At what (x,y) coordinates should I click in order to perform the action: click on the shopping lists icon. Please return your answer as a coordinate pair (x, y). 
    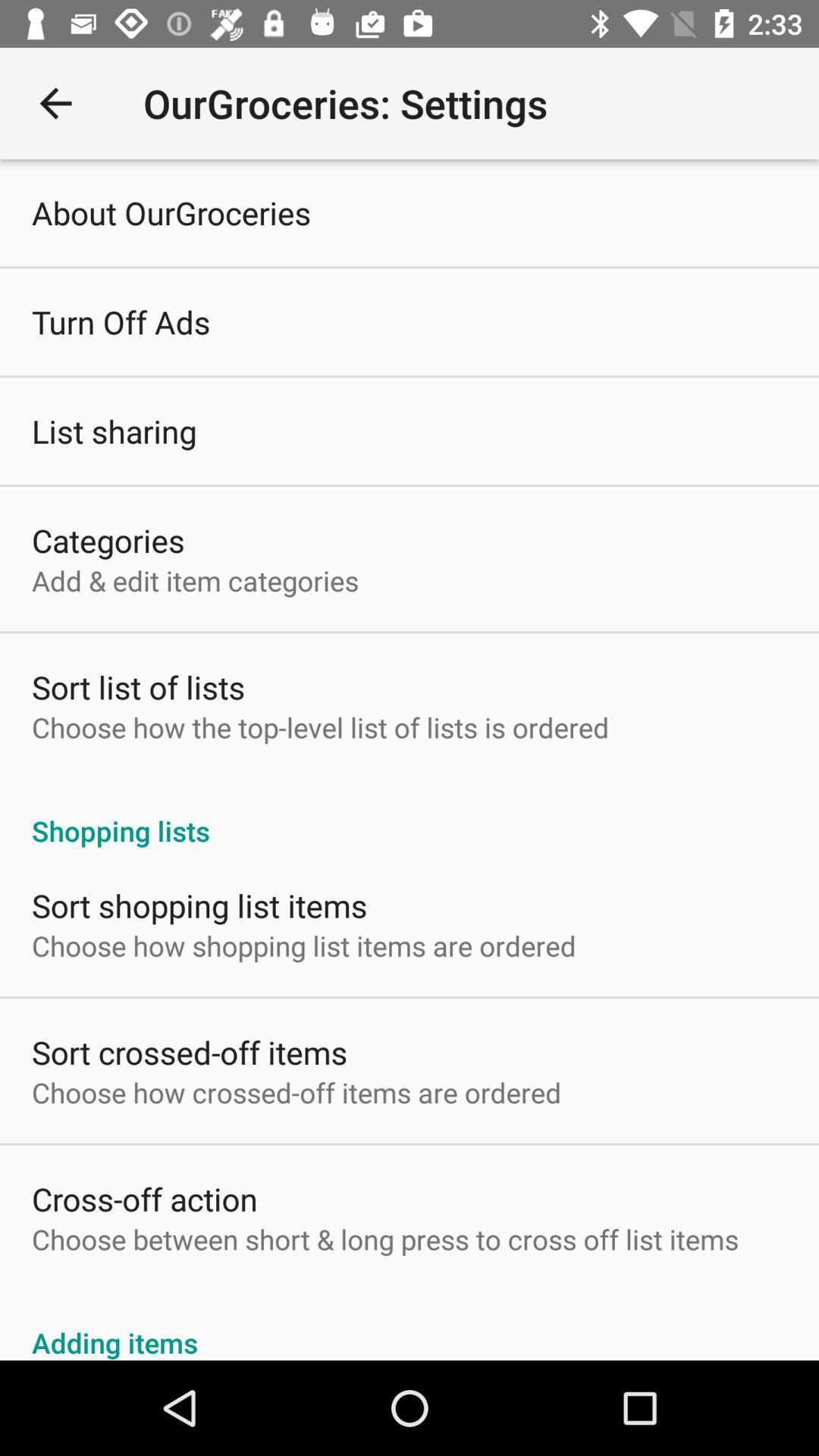
    Looking at the image, I should click on (409, 814).